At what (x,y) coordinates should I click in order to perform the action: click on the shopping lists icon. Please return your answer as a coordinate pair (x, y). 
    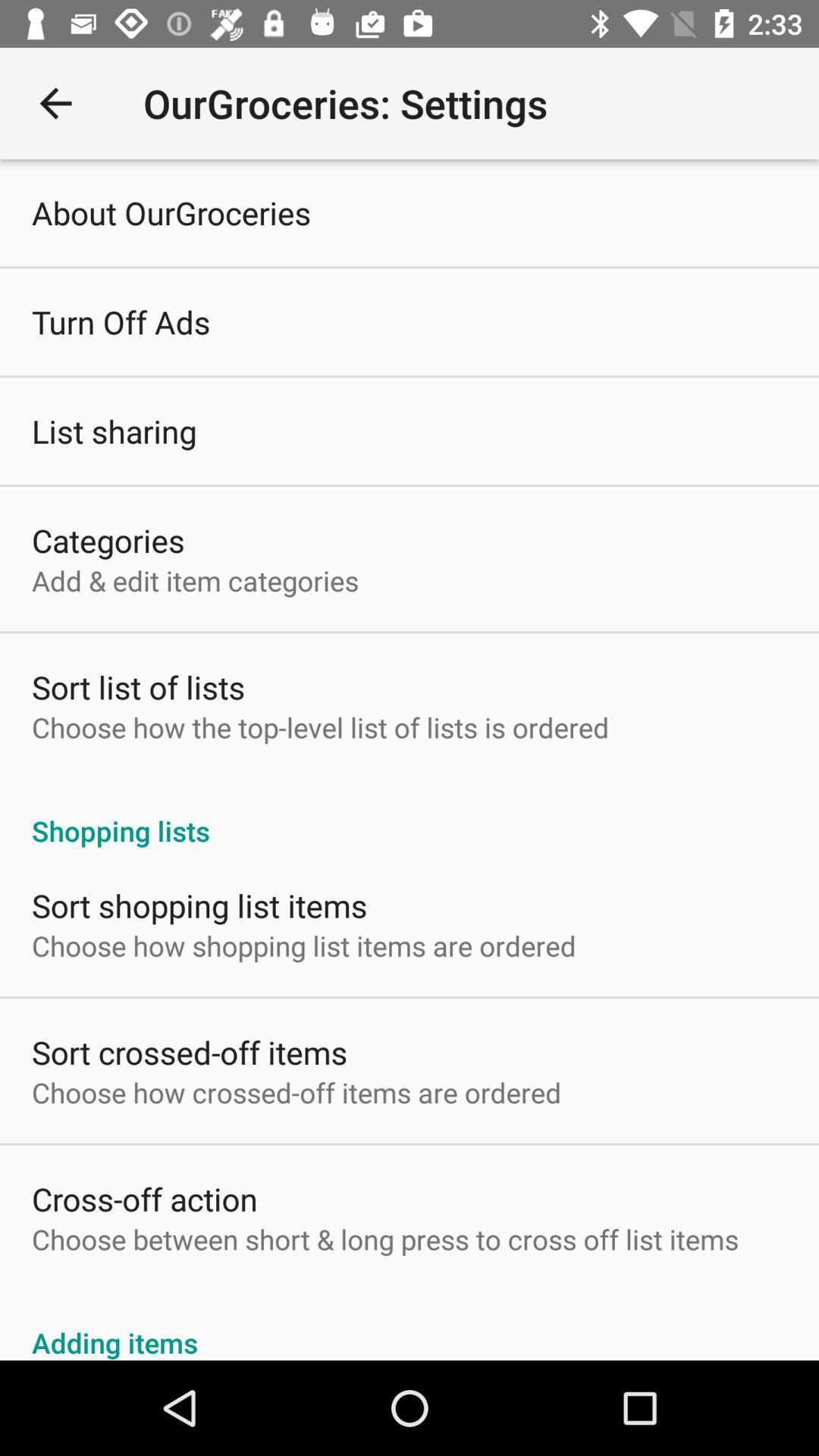
    Looking at the image, I should click on (409, 814).